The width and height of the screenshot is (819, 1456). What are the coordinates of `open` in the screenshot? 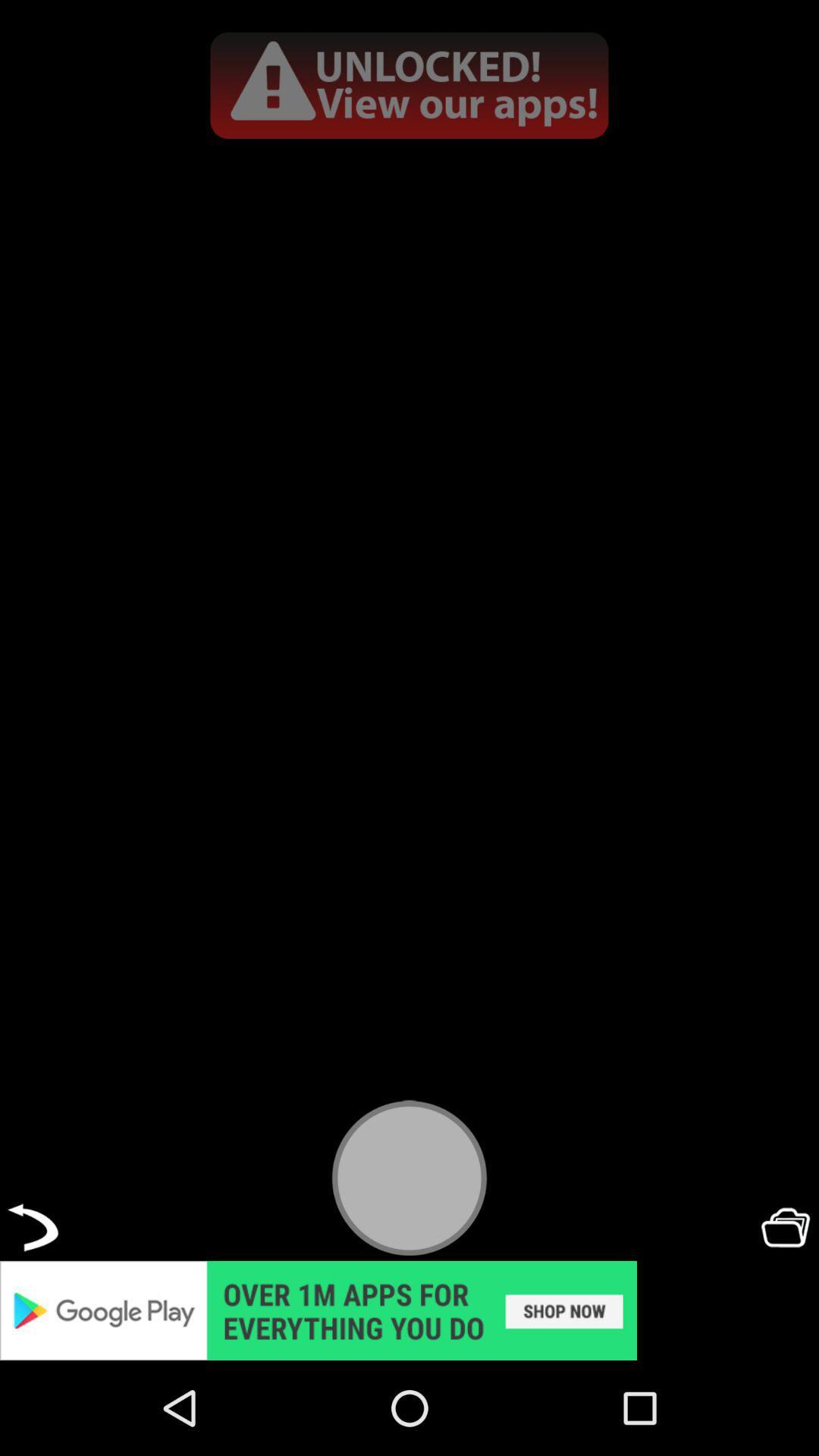 It's located at (785, 1227).